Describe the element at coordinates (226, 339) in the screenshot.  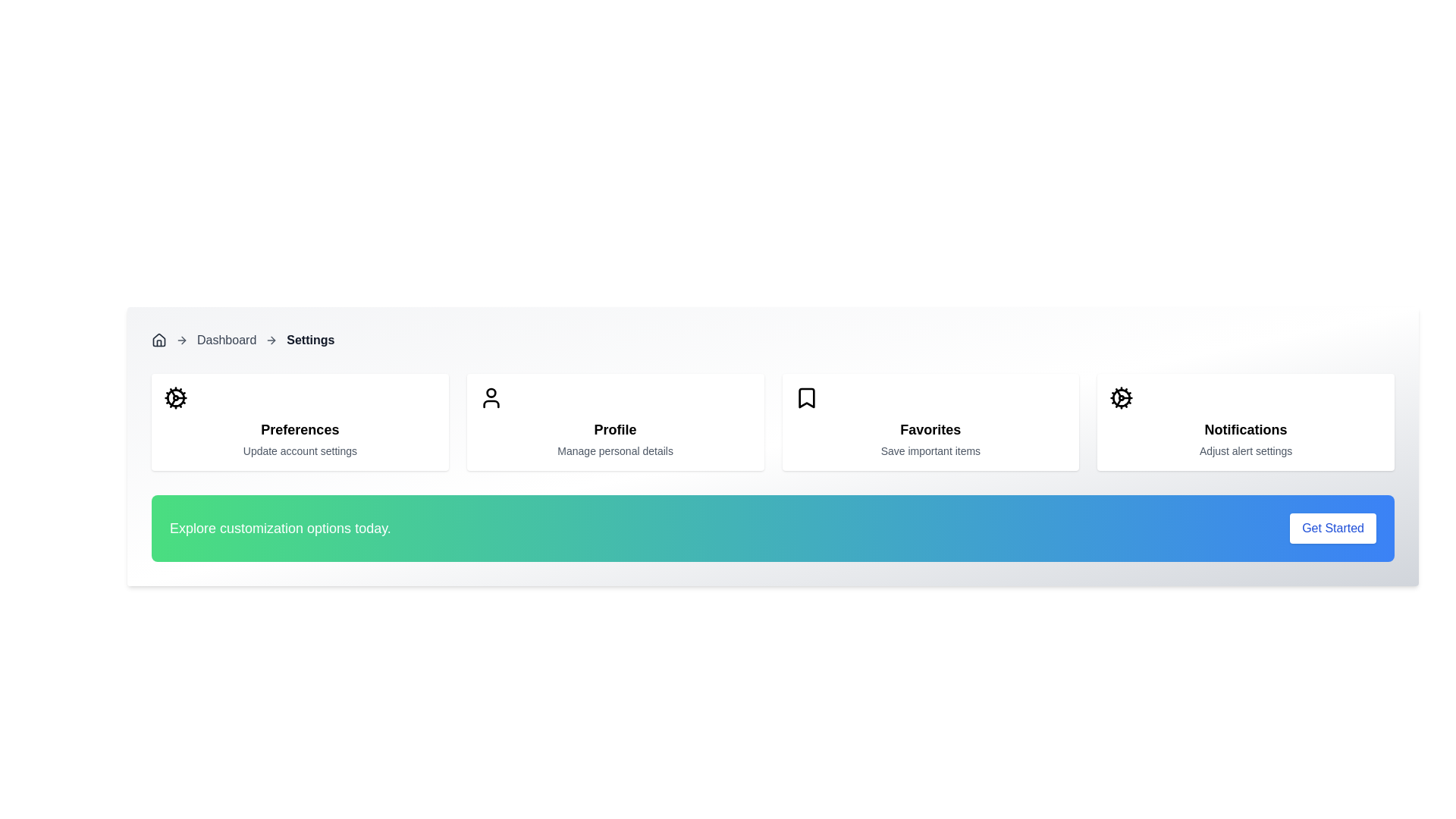
I see `the 'Dashboard' text label` at that location.